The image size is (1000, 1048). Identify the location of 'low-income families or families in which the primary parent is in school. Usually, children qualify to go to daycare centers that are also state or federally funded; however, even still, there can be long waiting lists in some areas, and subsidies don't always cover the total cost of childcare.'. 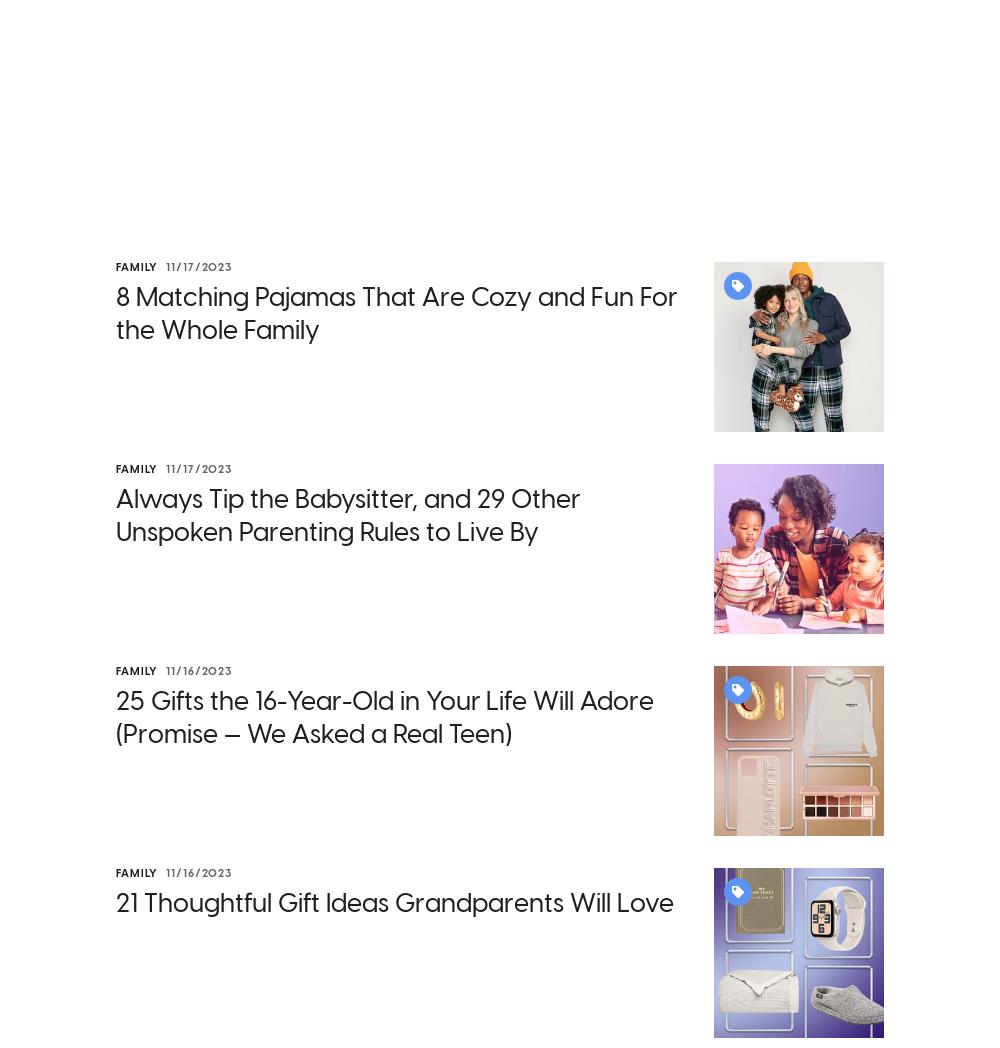
(490, 544).